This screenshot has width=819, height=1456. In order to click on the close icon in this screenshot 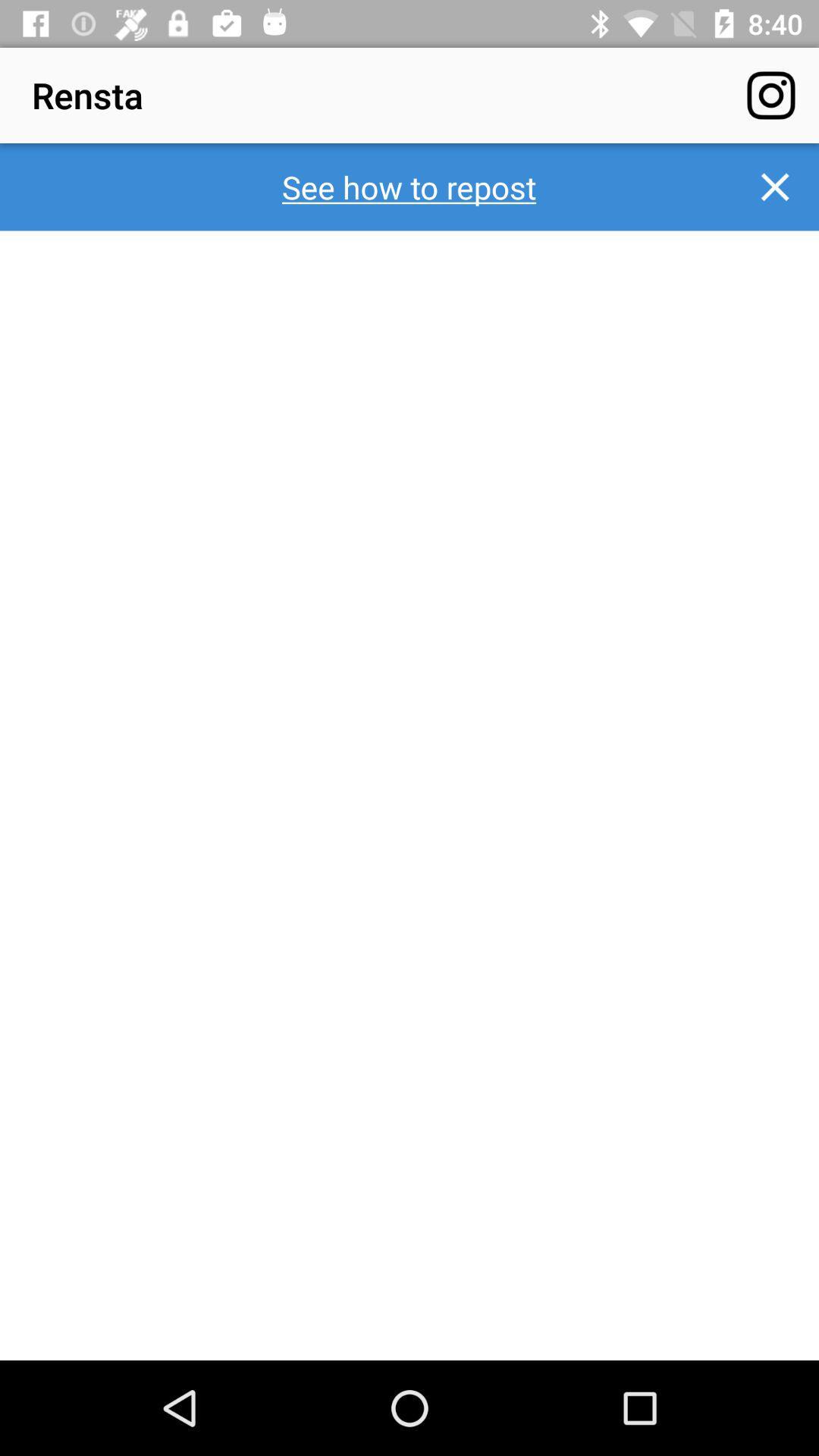, I will do `click(775, 186)`.